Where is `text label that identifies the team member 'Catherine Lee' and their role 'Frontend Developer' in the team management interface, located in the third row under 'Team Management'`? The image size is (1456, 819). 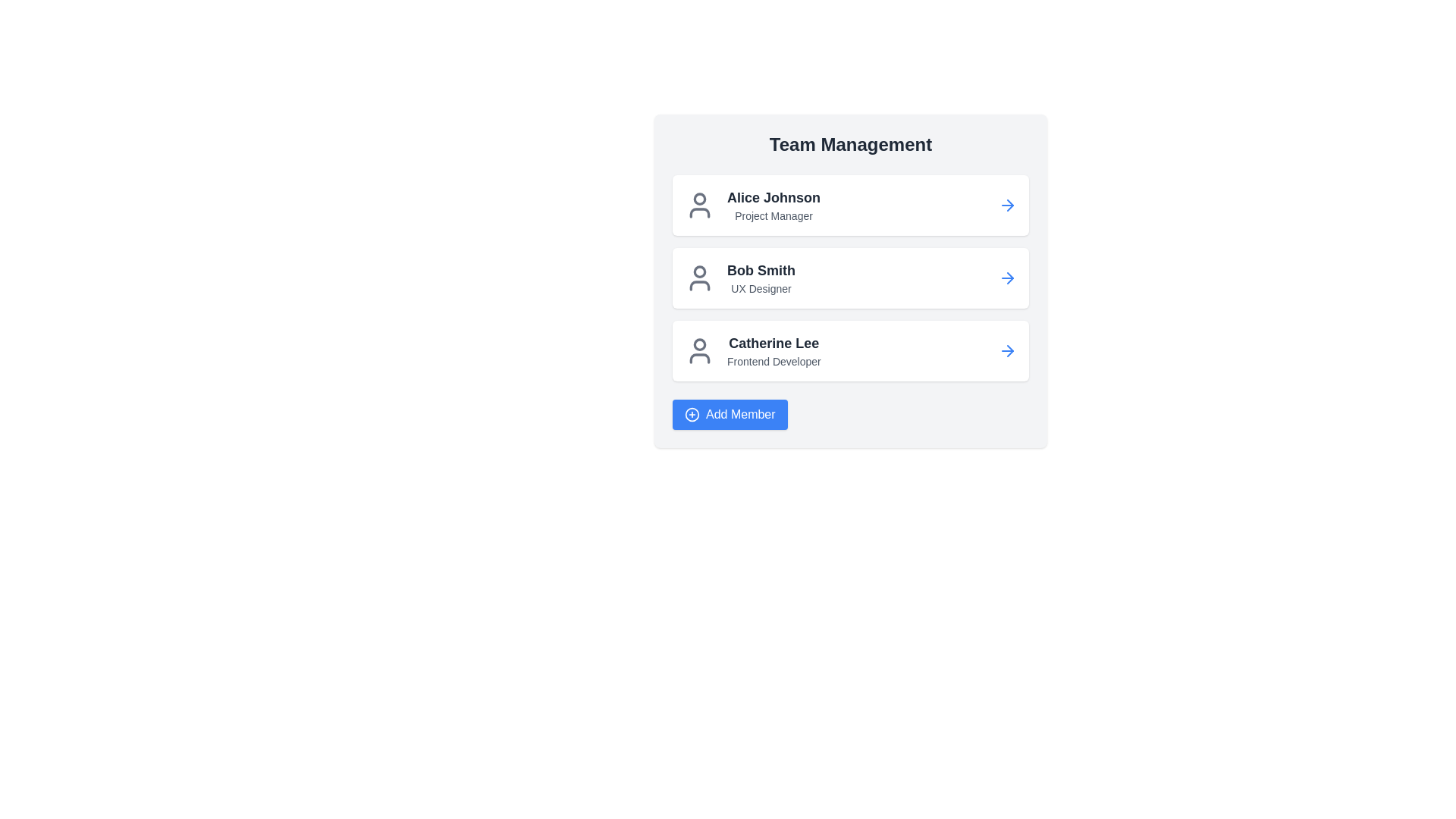
text label that identifies the team member 'Catherine Lee' and their role 'Frontend Developer' in the team management interface, located in the third row under 'Team Management' is located at coordinates (773, 350).